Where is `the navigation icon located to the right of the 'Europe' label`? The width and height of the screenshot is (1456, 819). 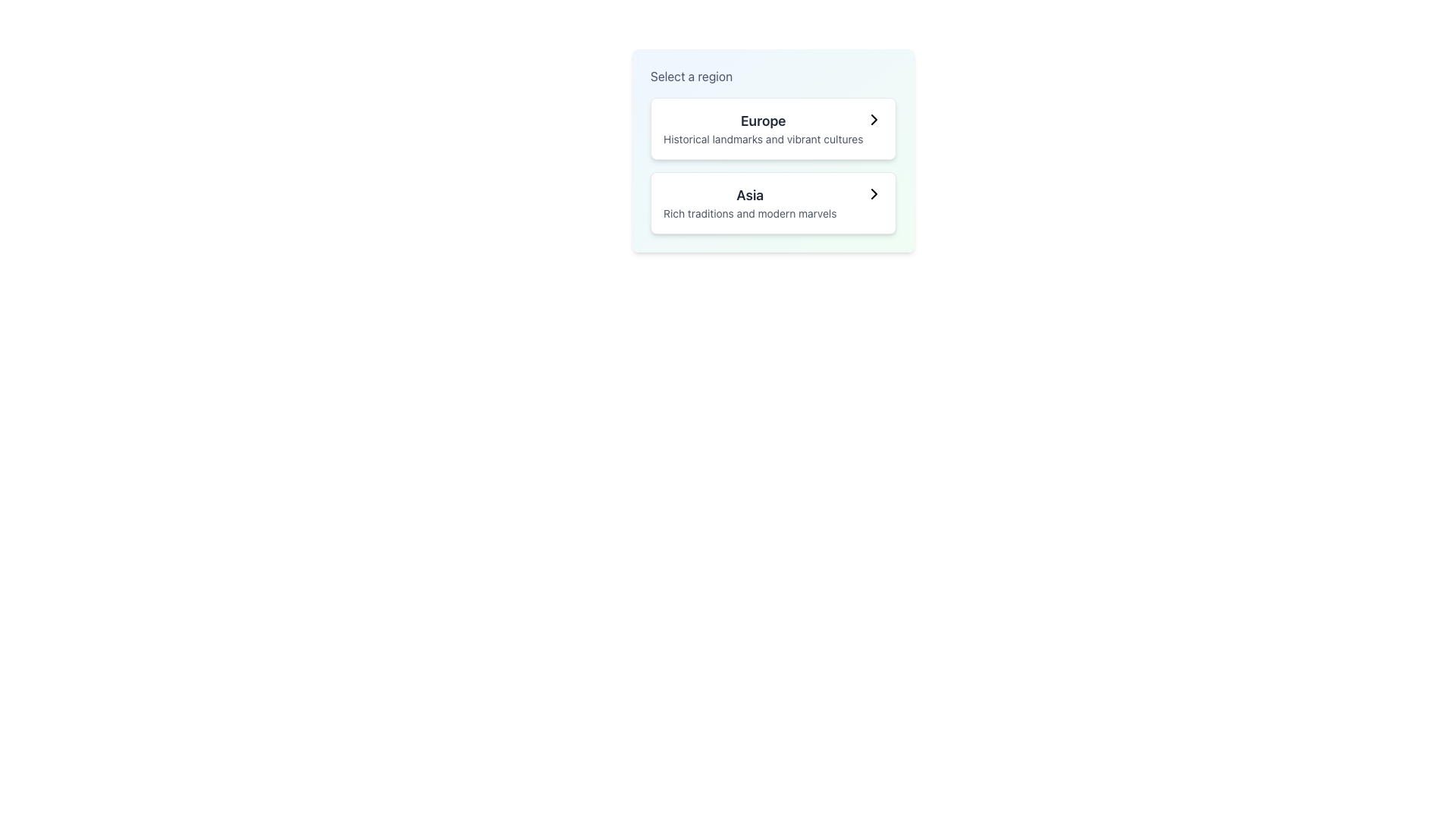 the navigation icon located to the right of the 'Europe' label is located at coordinates (874, 119).